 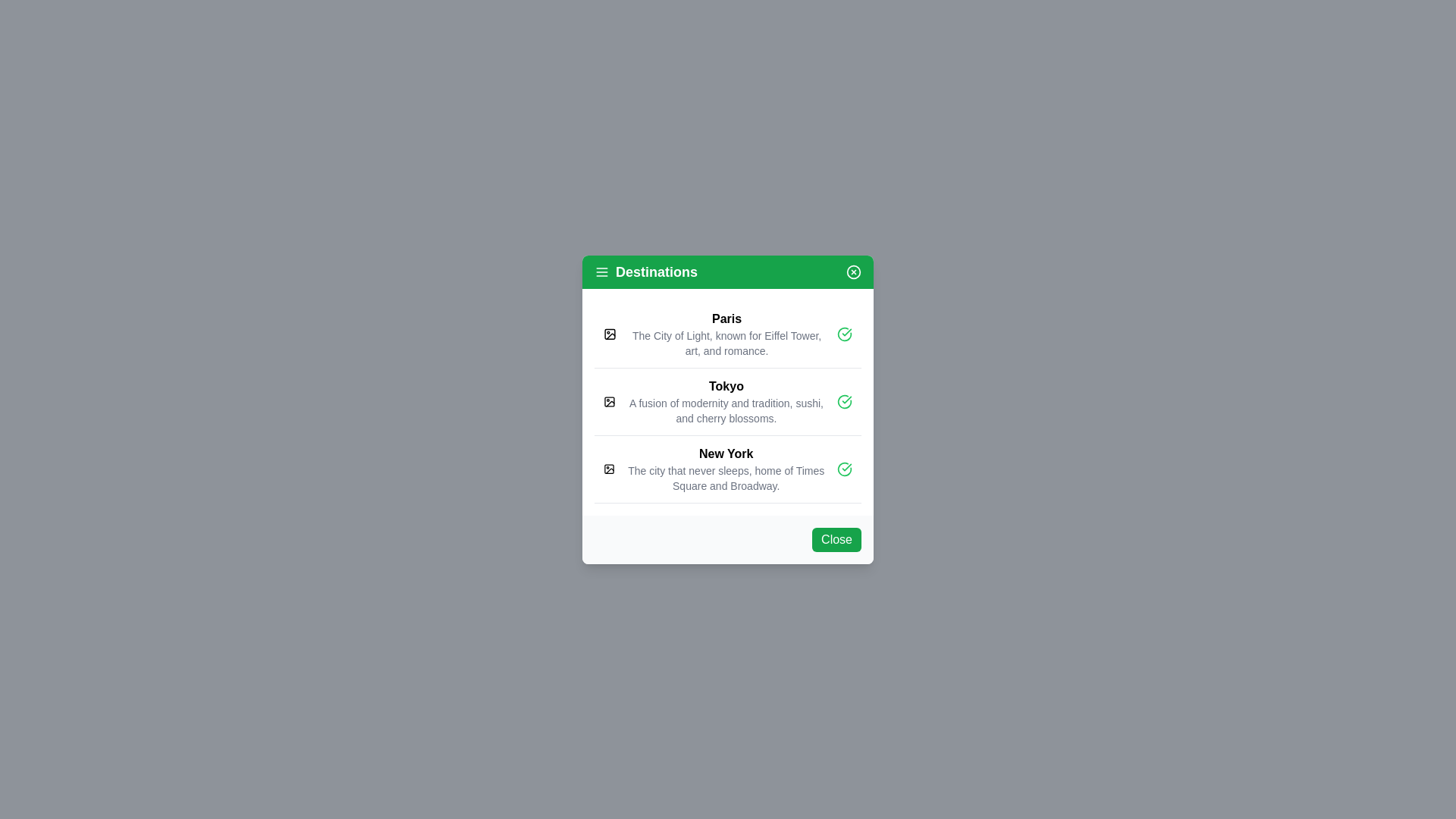 What do you see at coordinates (646, 271) in the screenshot?
I see `text 'Destinations' from the header section of the modal dialog, which includes a menu icon on the left and is located on a green background` at bounding box center [646, 271].